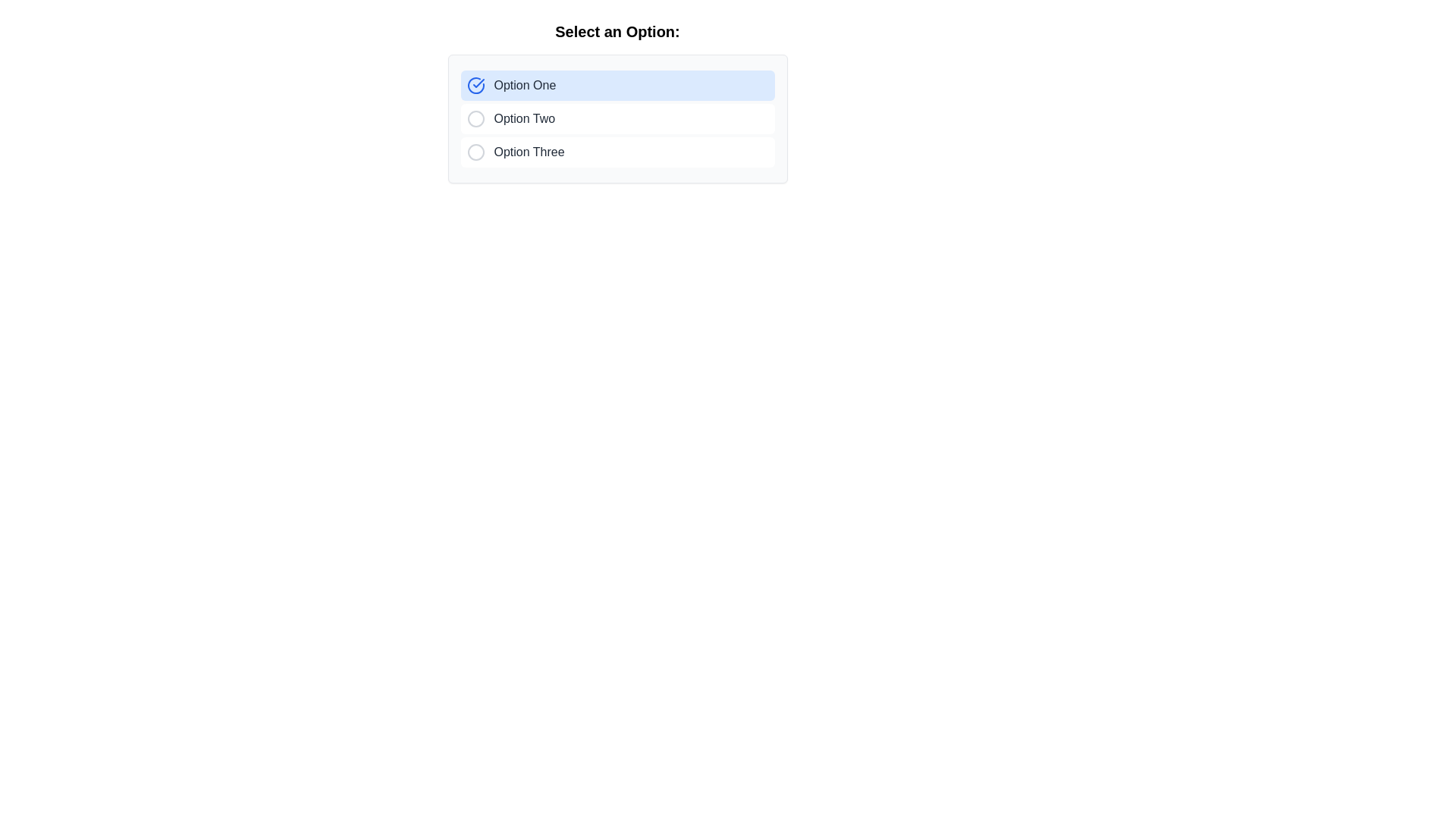 This screenshot has width=1456, height=819. What do you see at coordinates (475, 152) in the screenshot?
I see `the radio button located to the left of the text 'Option Three'` at bounding box center [475, 152].